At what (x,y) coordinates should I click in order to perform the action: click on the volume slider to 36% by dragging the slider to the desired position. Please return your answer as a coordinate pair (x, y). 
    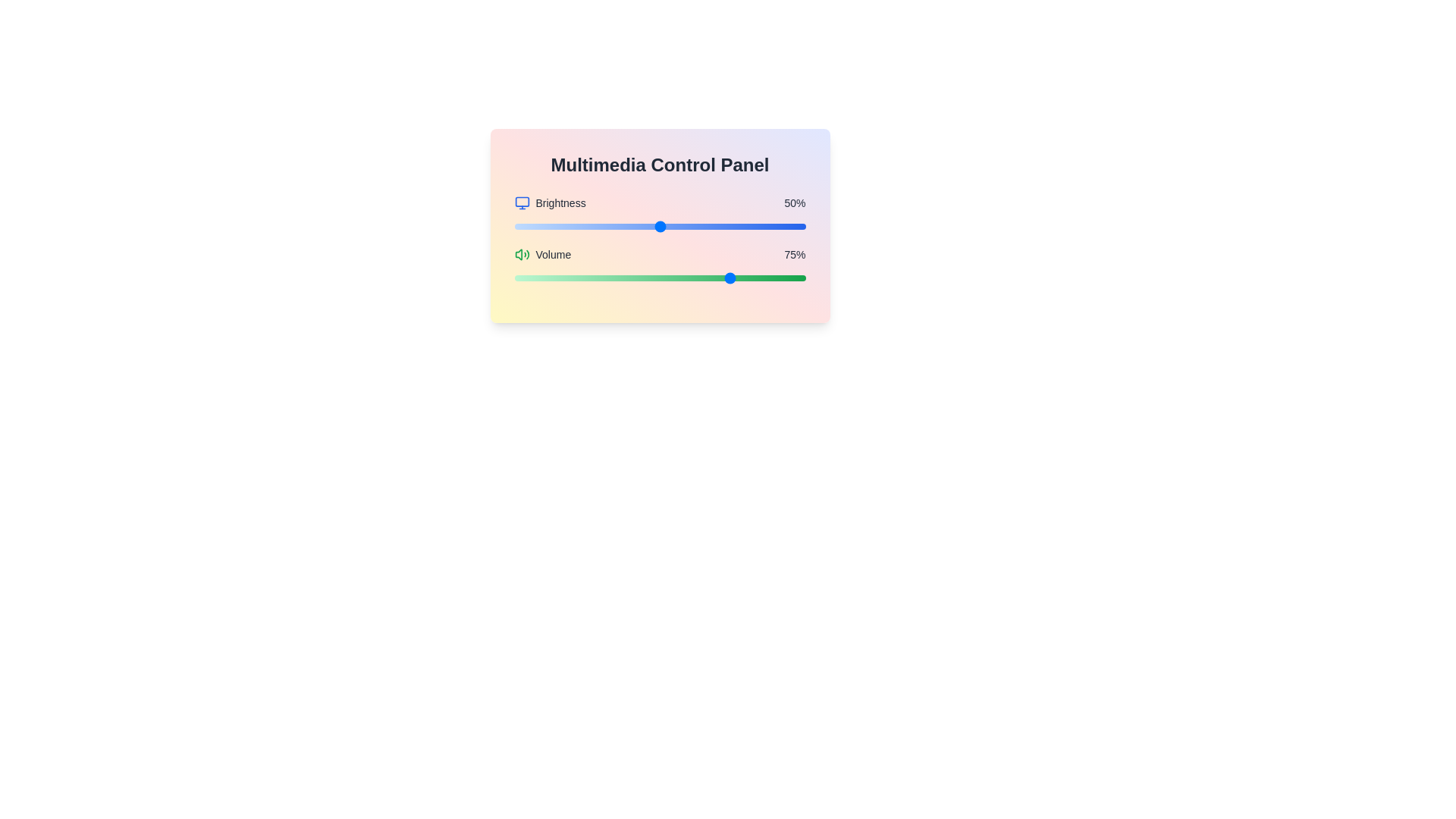
    Looking at the image, I should click on (619, 278).